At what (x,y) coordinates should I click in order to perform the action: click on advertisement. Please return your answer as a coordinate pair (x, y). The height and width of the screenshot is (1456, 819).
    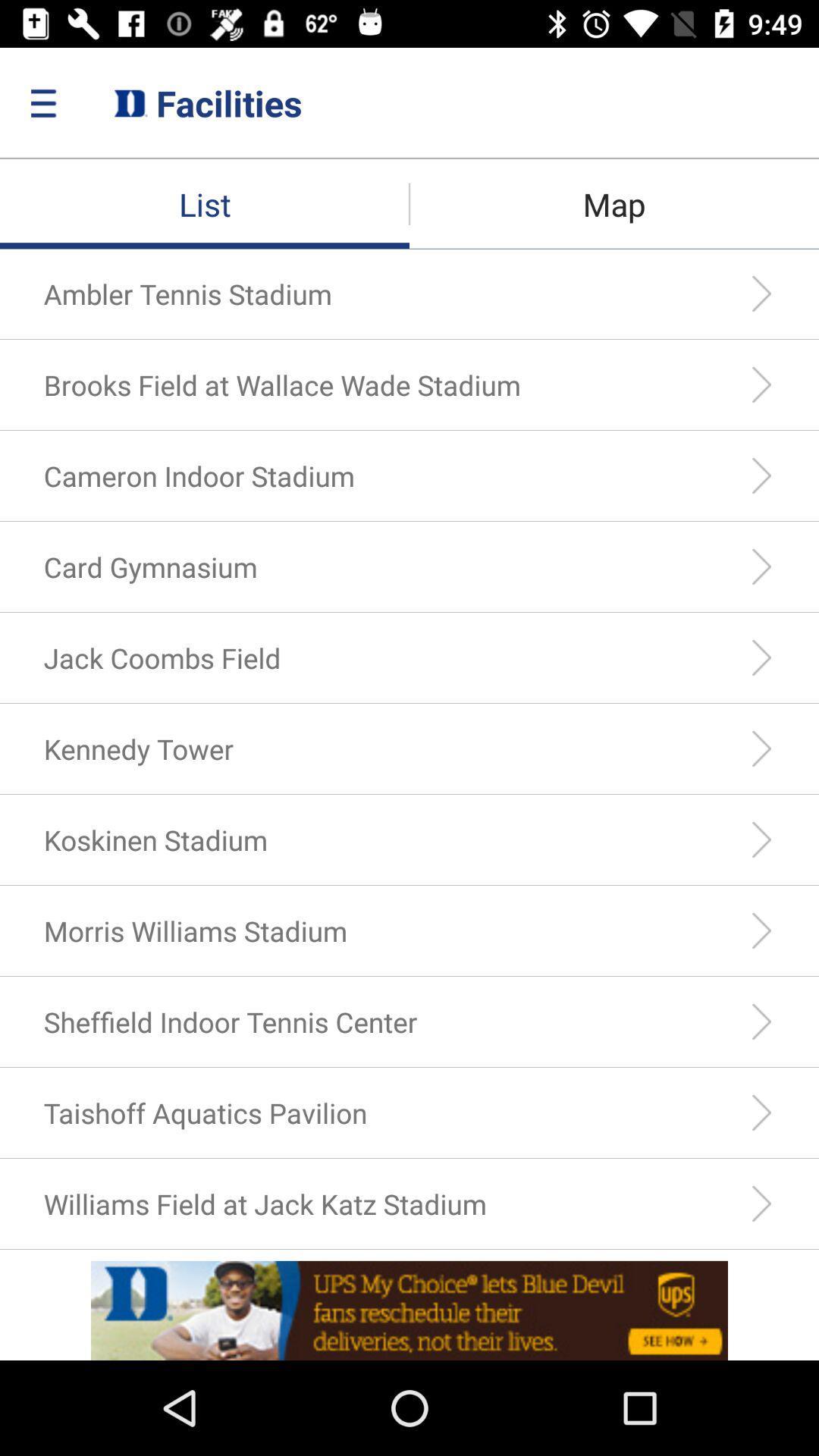
    Looking at the image, I should click on (409, 1310).